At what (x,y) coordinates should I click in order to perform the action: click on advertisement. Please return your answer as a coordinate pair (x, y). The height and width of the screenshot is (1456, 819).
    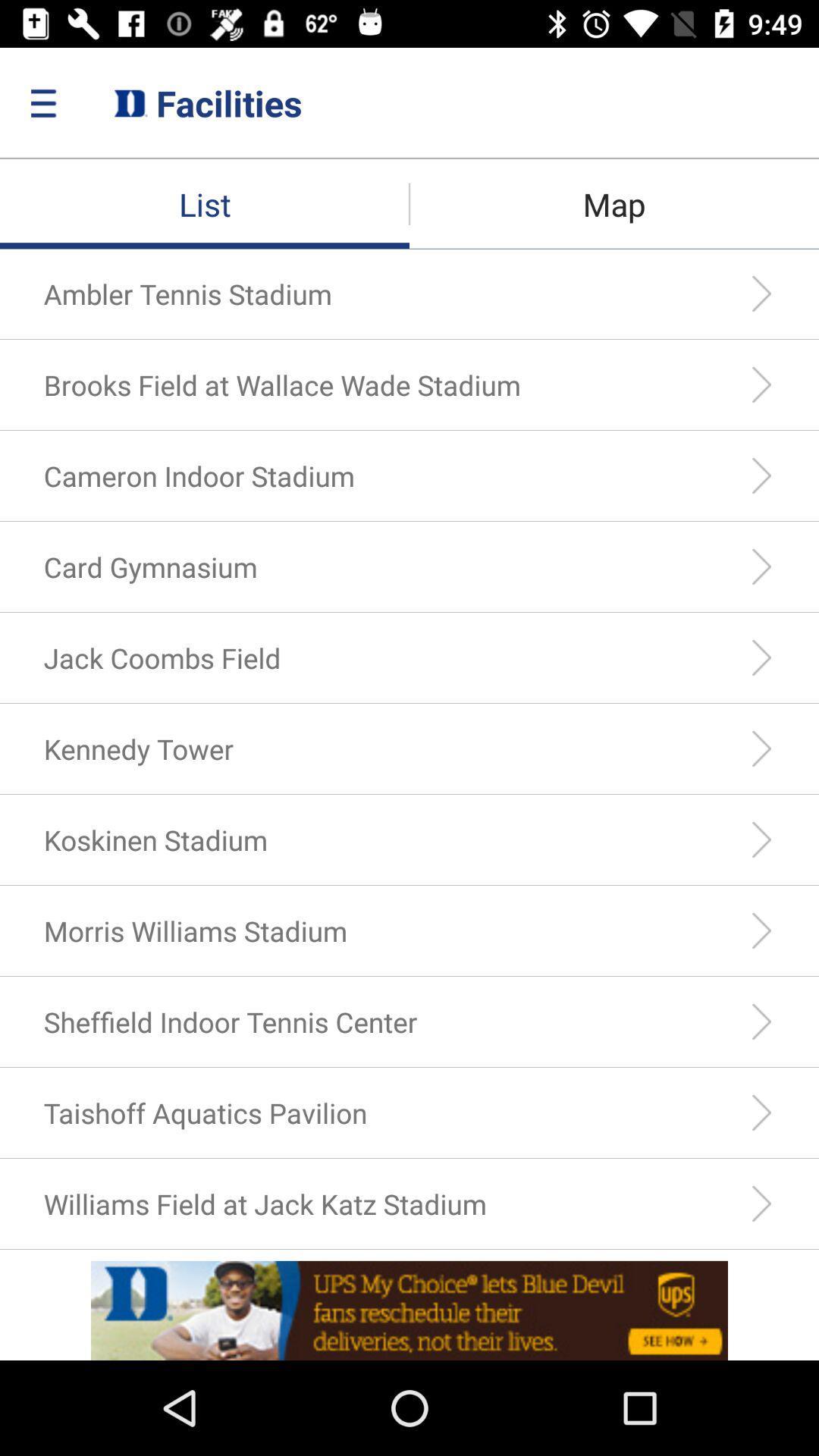
    Looking at the image, I should click on (409, 1310).